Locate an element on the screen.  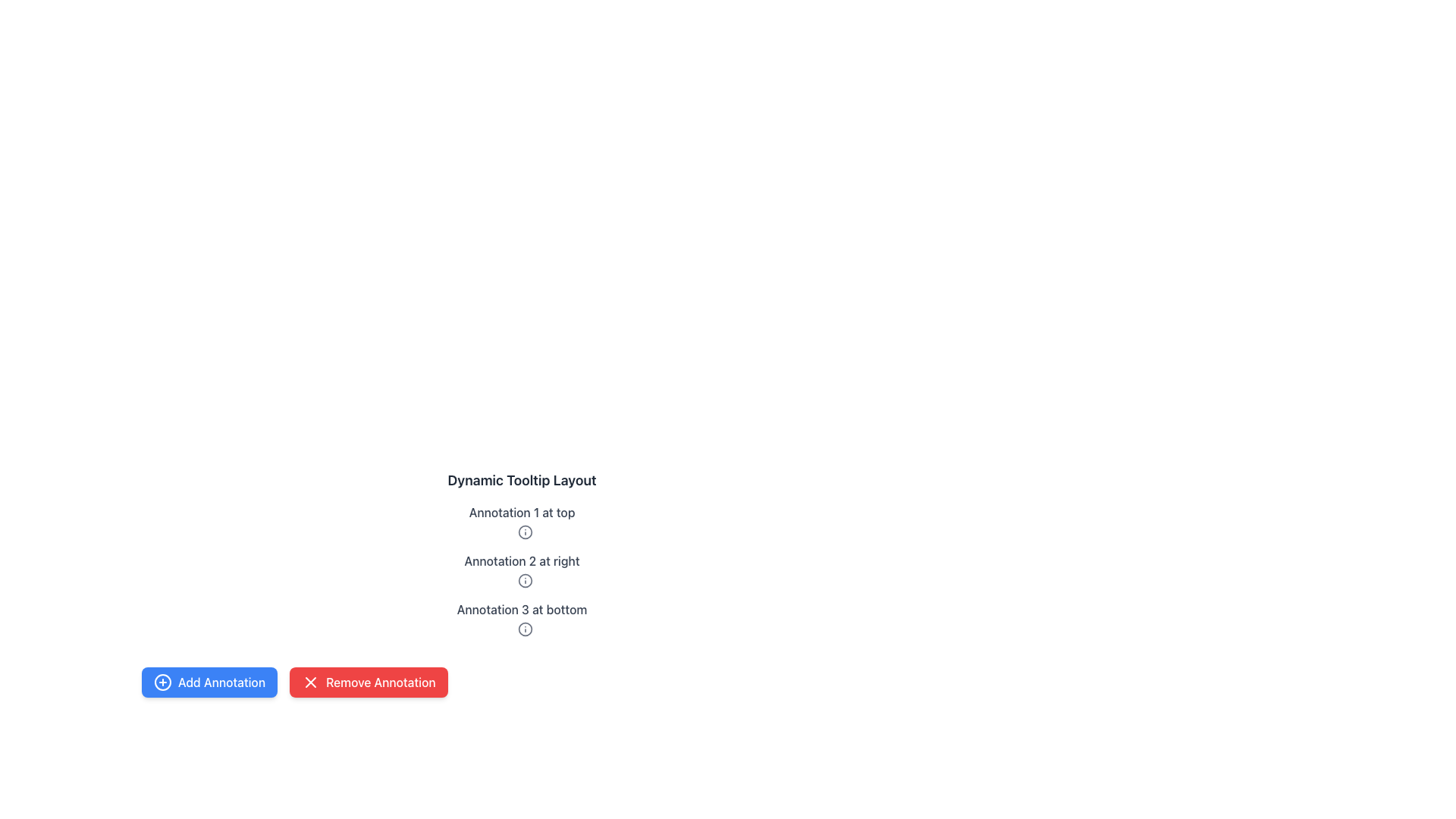
the small cross-shaped icon indicating a closing action, located slightly to the left of the 'Remove Annotation' red button in the bottom-right section of the interface is located at coordinates (310, 681).